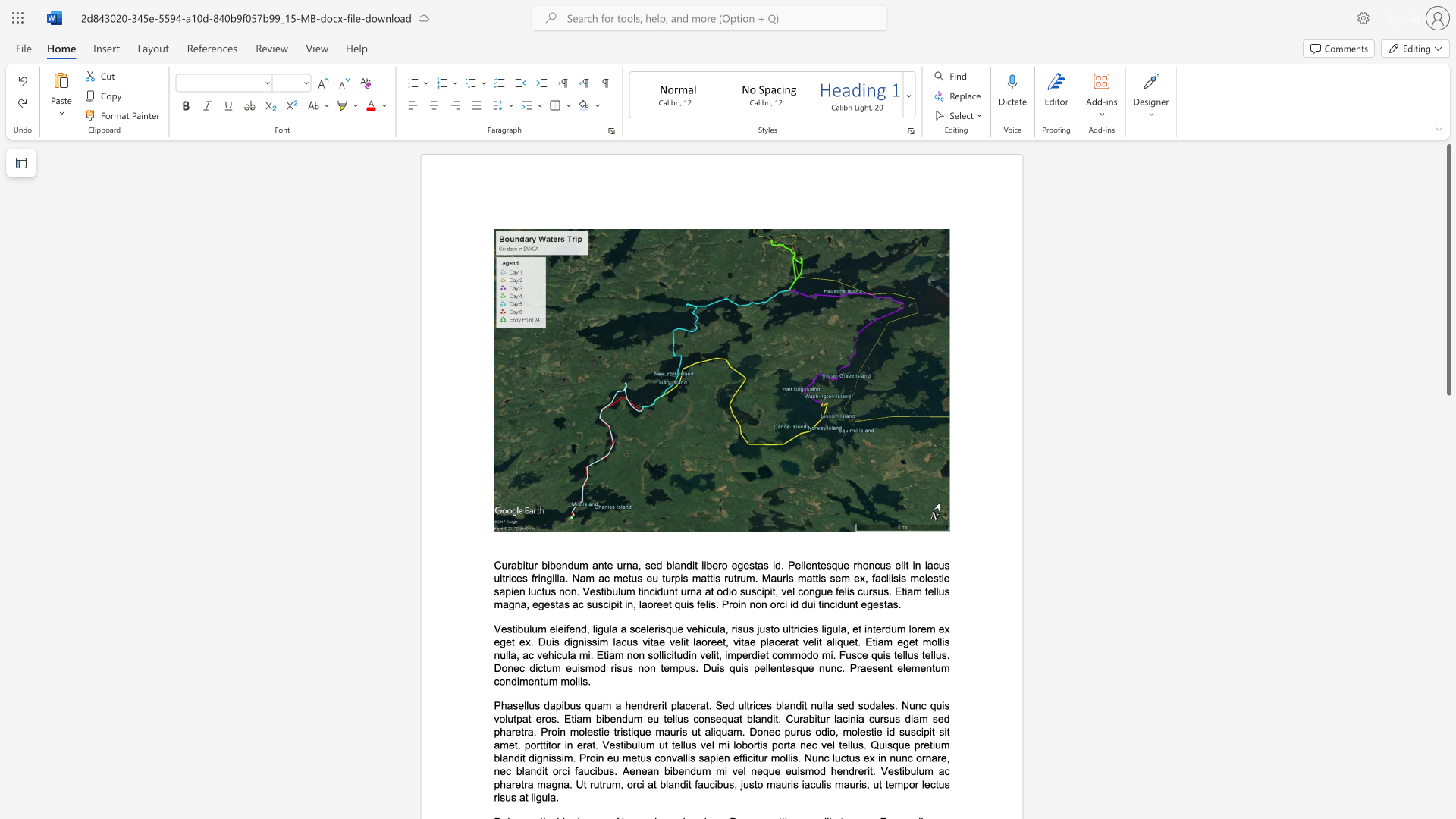 This screenshot has height=819, width=1456. Describe the element at coordinates (594, 771) in the screenshot. I see `the subset text "ibus. Aenean bibendum mi vel neque euismod hendrerit. Vestibulum ac pharetra magna. Ut rutrum, orci at blandit faucibus, justo mauris iaculis" within the text "Phasellus dapibus quam a hendrerit placerat. Sed ultrices blandit nulla sed sodales. Nunc quis volutpat eros. Etiam bibendum eu tellus consequat blandit. Curabitur lacinia cursus diam sed pharetra. Proin molestie tristique mauris ut aliquam. Donec purus odio, molestie id suscipit sit amet, porttitor in erat. Vestibulum ut tellus vel mi lobortis porta nec vel tellus. Quisque pretium blandit dignissim. Proin eu metus convallis sapien efficitur mollis. Nunc luctus ex in nunc ornare, nec blandit orci faucibus. Aenean bibendum mi vel neque euismod hendrerit. Vestibulum ac pharetra magna. Ut rutrum, orci at blandit faucibus, justo mauris iaculis mauris, ut tempor lectus risus at ligula."` at that location.